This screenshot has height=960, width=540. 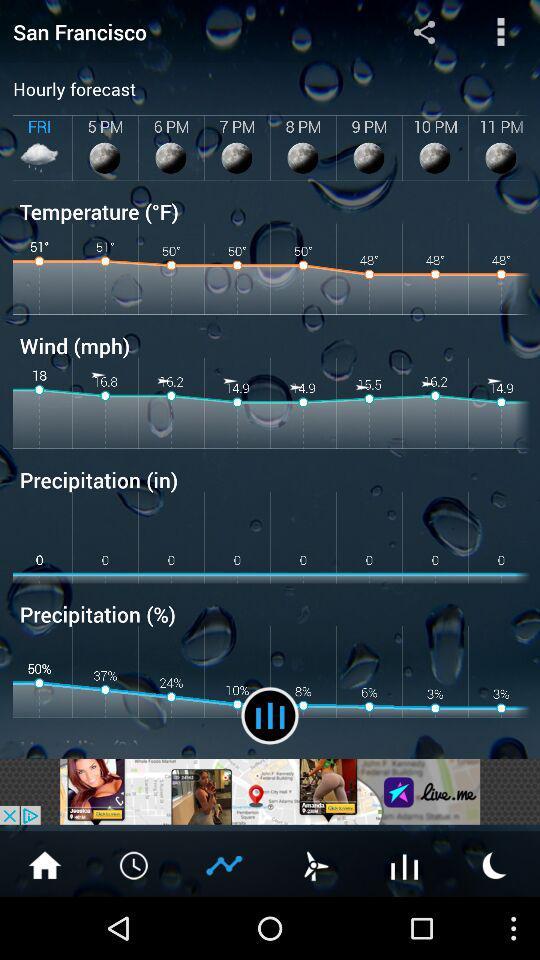 What do you see at coordinates (44, 863) in the screenshot?
I see `home` at bounding box center [44, 863].